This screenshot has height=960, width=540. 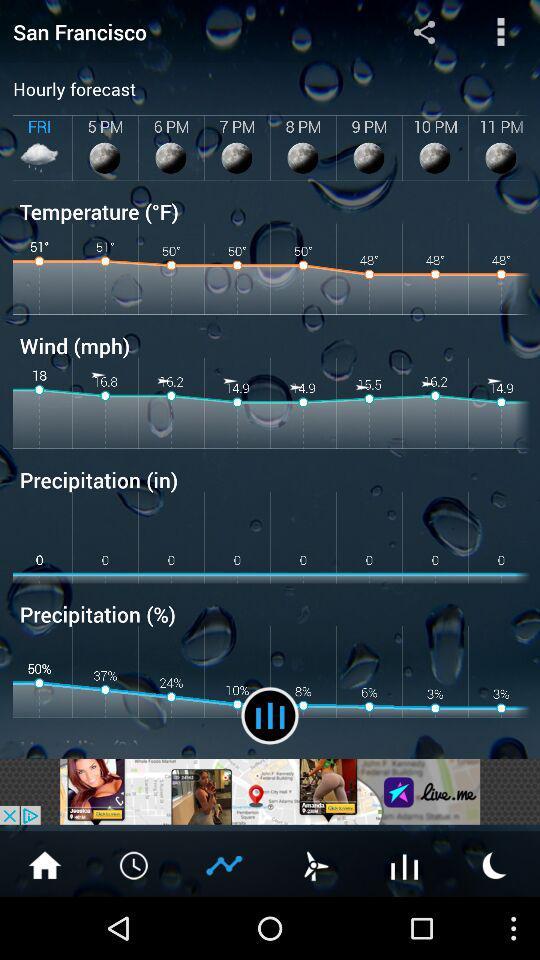 What do you see at coordinates (44, 863) in the screenshot?
I see `home` at bounding box center [44, 863].